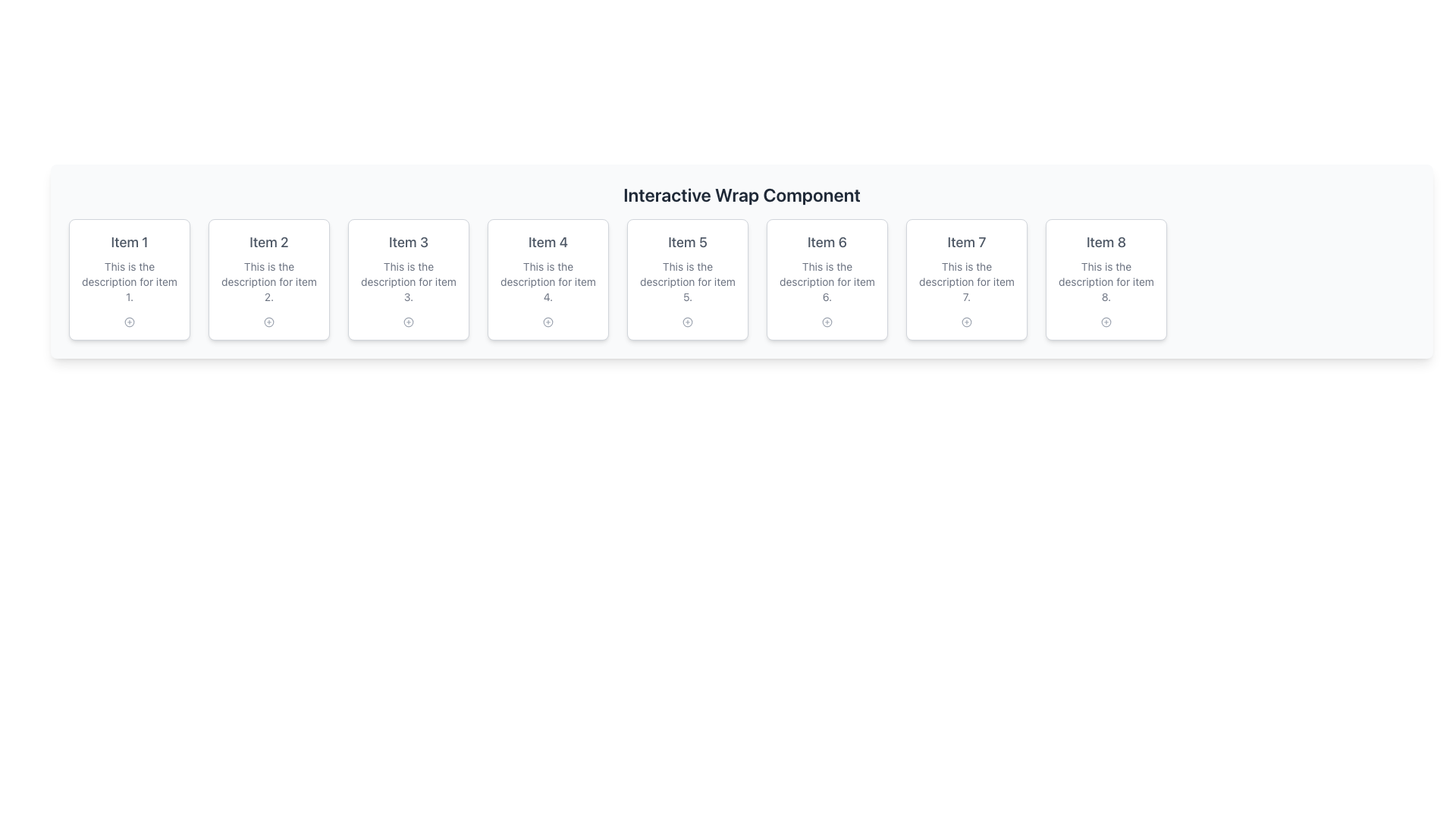  I want to click on the action button icon located at the bottom section of the 'Item 1' card, so click(130, 321).